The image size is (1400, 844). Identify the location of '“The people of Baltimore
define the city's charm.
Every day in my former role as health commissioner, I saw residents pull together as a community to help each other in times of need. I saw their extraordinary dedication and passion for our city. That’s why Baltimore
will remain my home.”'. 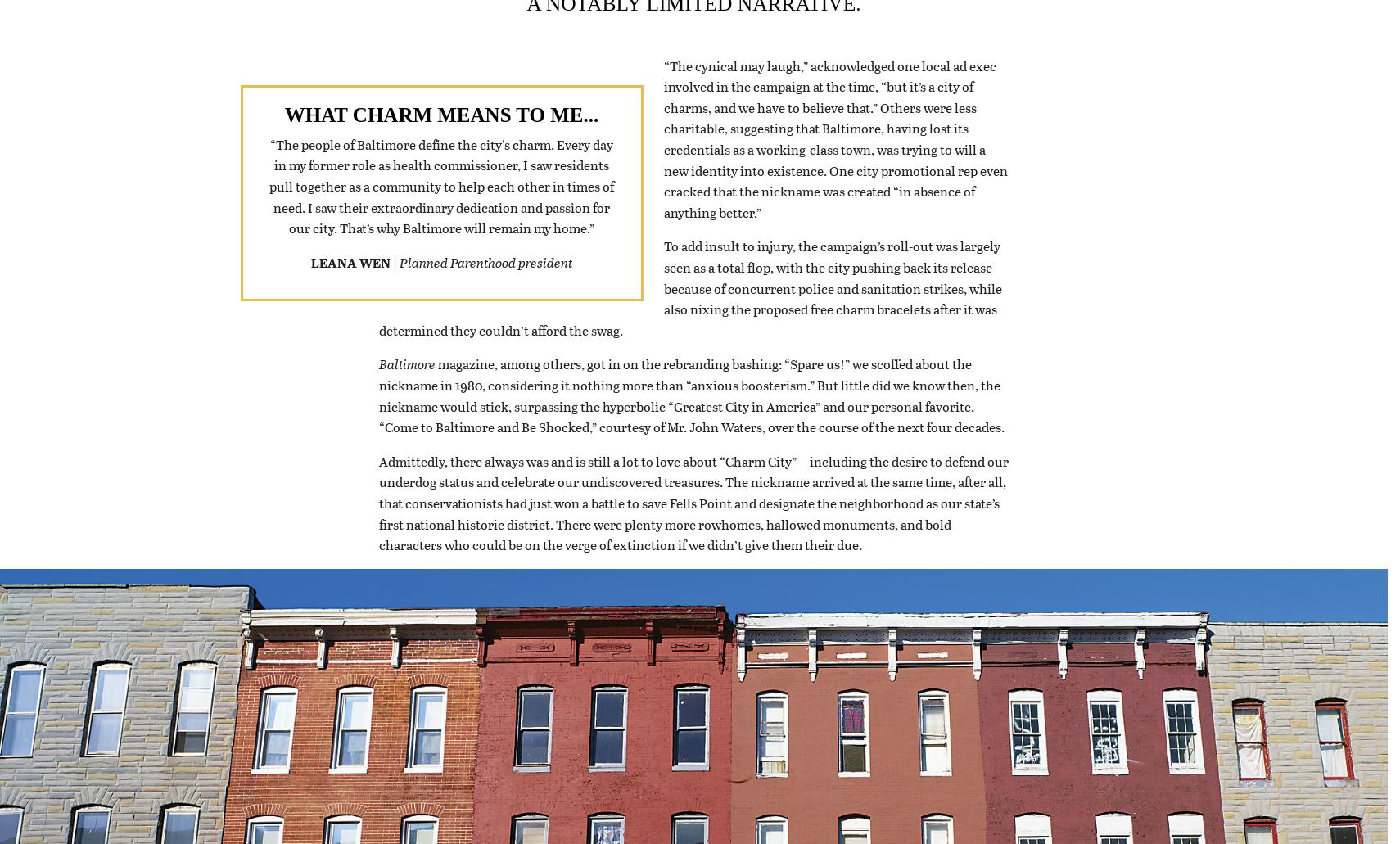
(441, 206).